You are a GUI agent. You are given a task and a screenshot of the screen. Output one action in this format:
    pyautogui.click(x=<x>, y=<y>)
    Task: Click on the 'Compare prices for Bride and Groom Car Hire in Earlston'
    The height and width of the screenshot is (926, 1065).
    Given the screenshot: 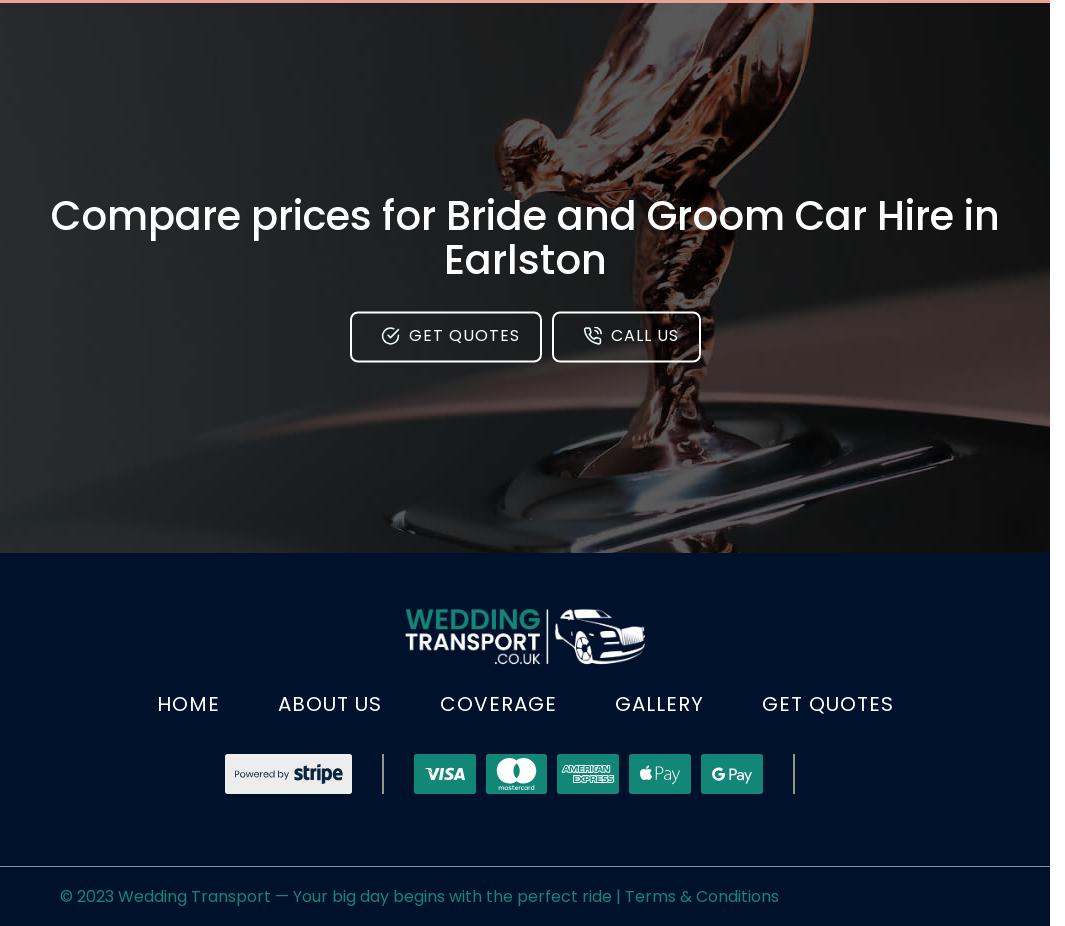 What is the action you would take?
    pyautogui.click(x=48, y=236)
    